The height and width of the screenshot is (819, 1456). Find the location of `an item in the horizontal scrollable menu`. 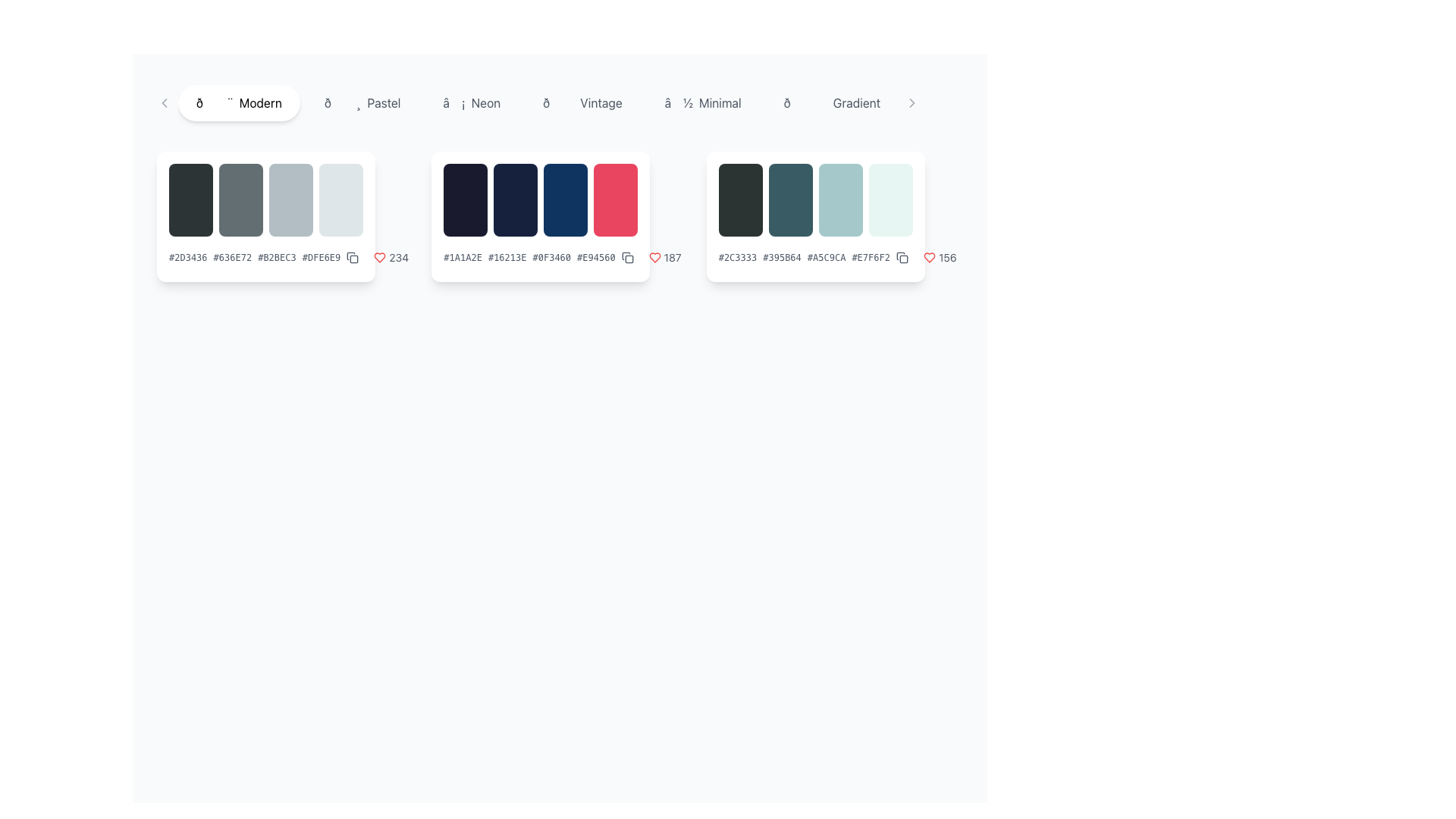

an item in the horizontal scrollable menu is located at coordinates (559, 102).